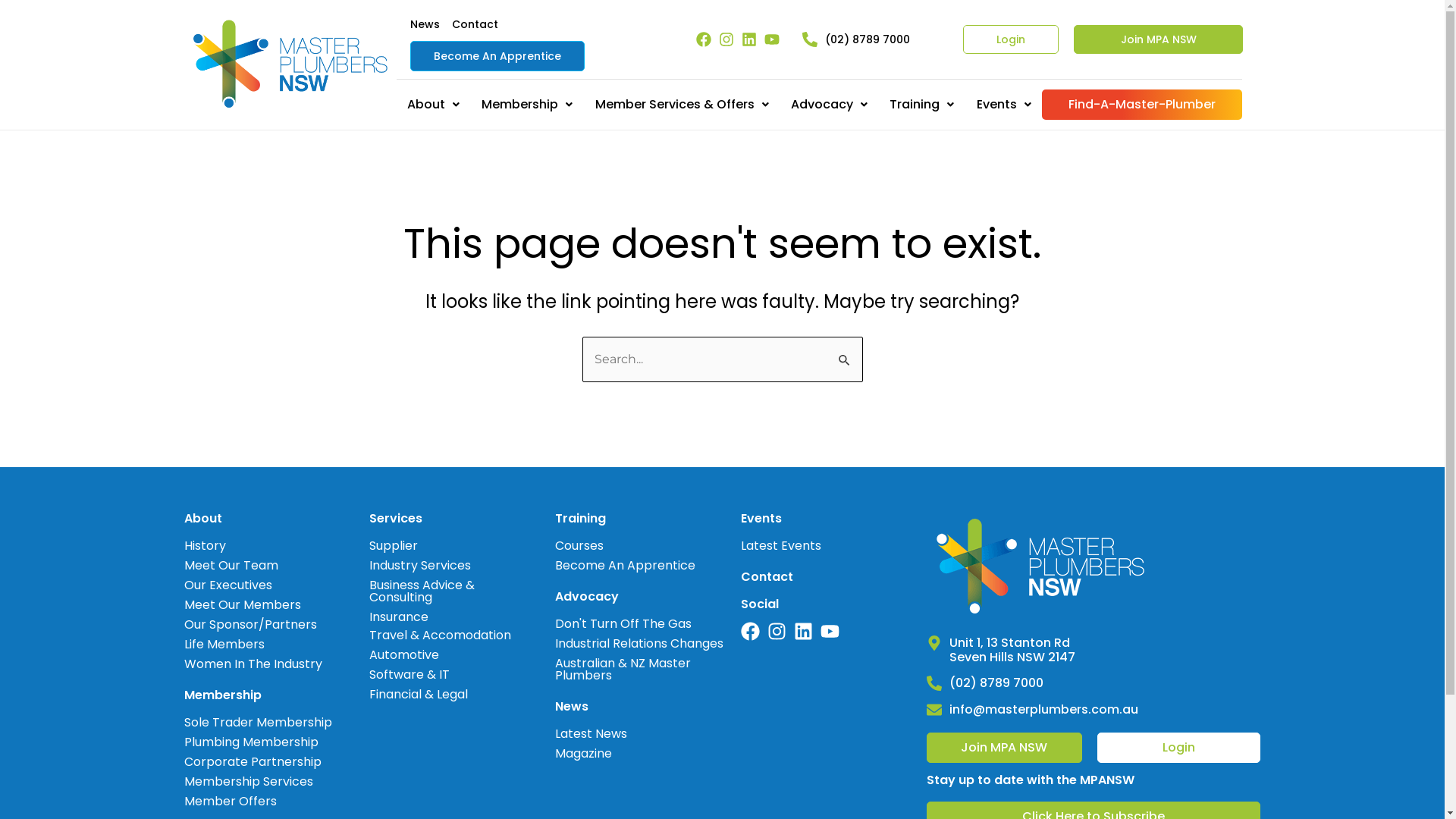  I want to click on 'Plumbing Membership', so click(257, 742).